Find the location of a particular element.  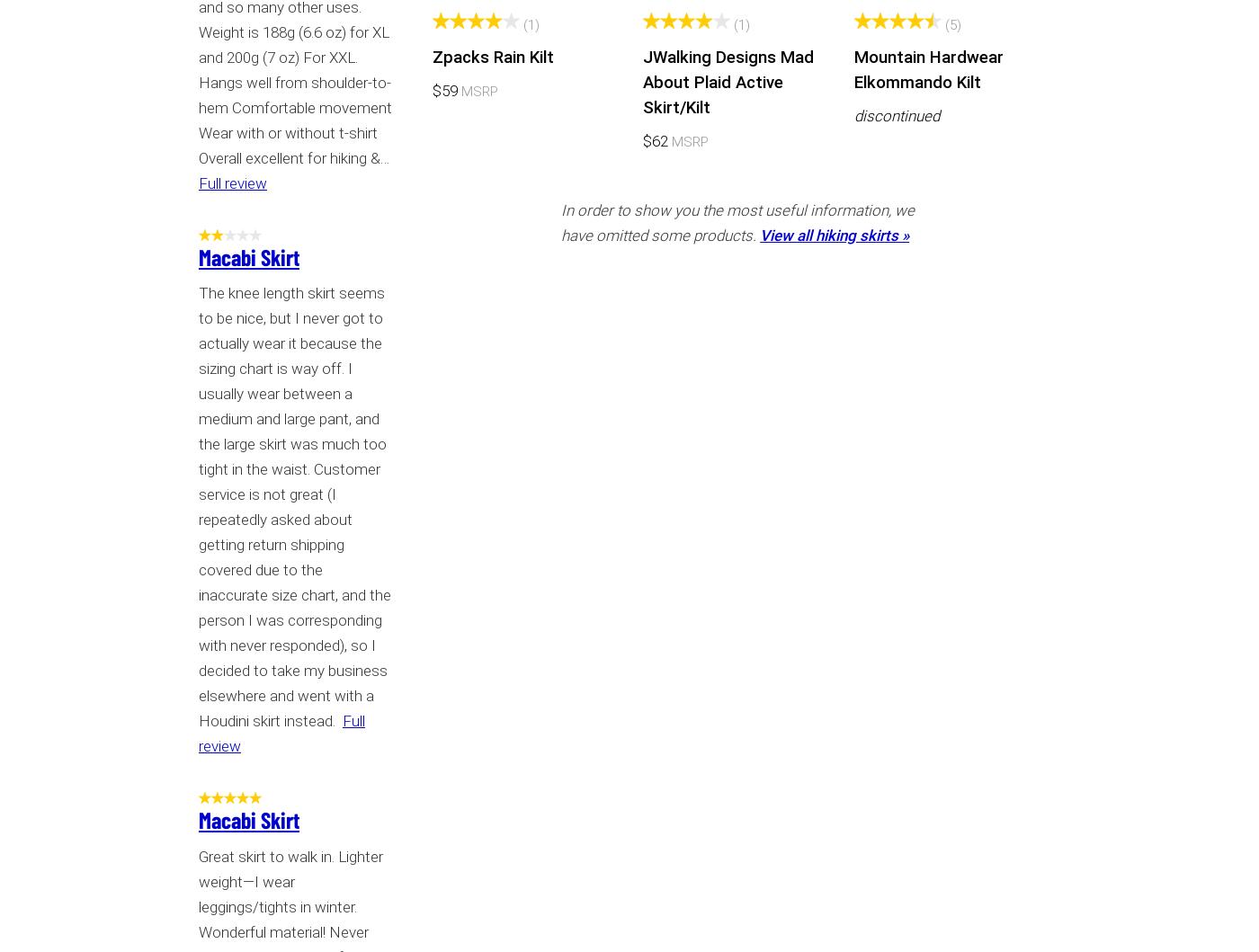

'$62' is located at coordinates (656, 138).